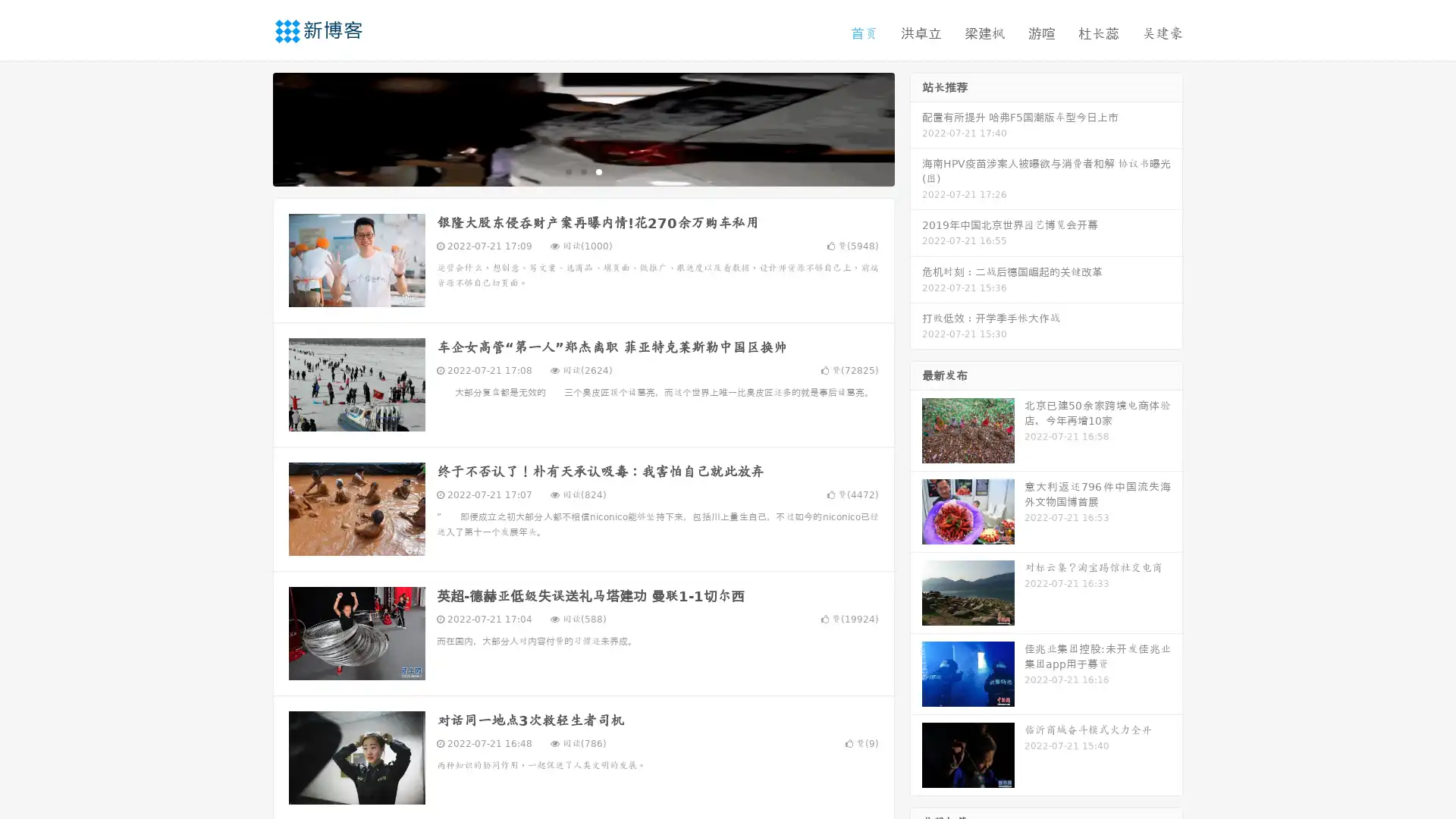 This screenshot has width=1456, height=819. I want to click on Next slide, so click(916, 127).